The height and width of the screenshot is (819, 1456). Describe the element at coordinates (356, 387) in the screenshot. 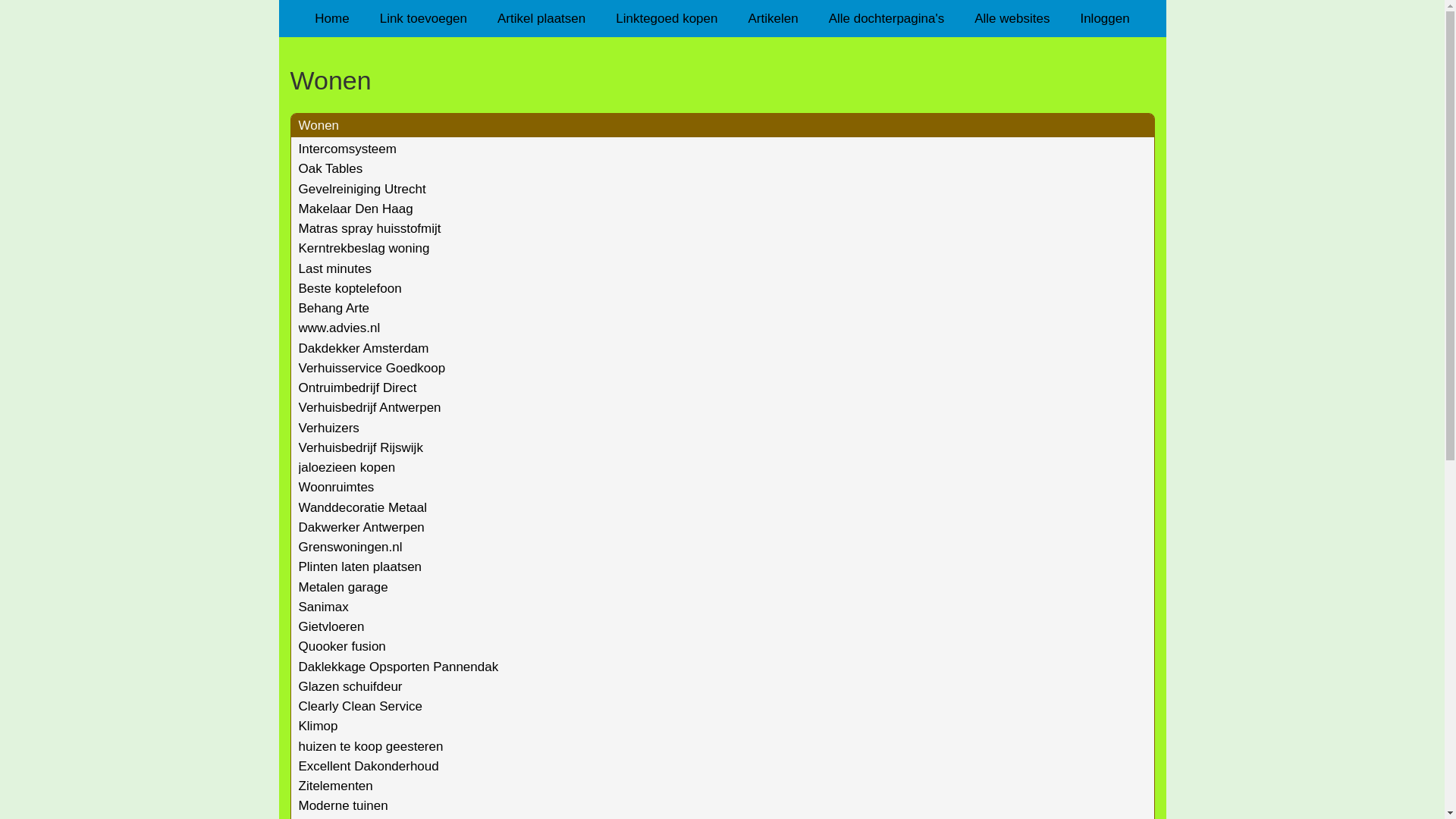

I see `'Ontruimbedrijf Direct'` at that location.